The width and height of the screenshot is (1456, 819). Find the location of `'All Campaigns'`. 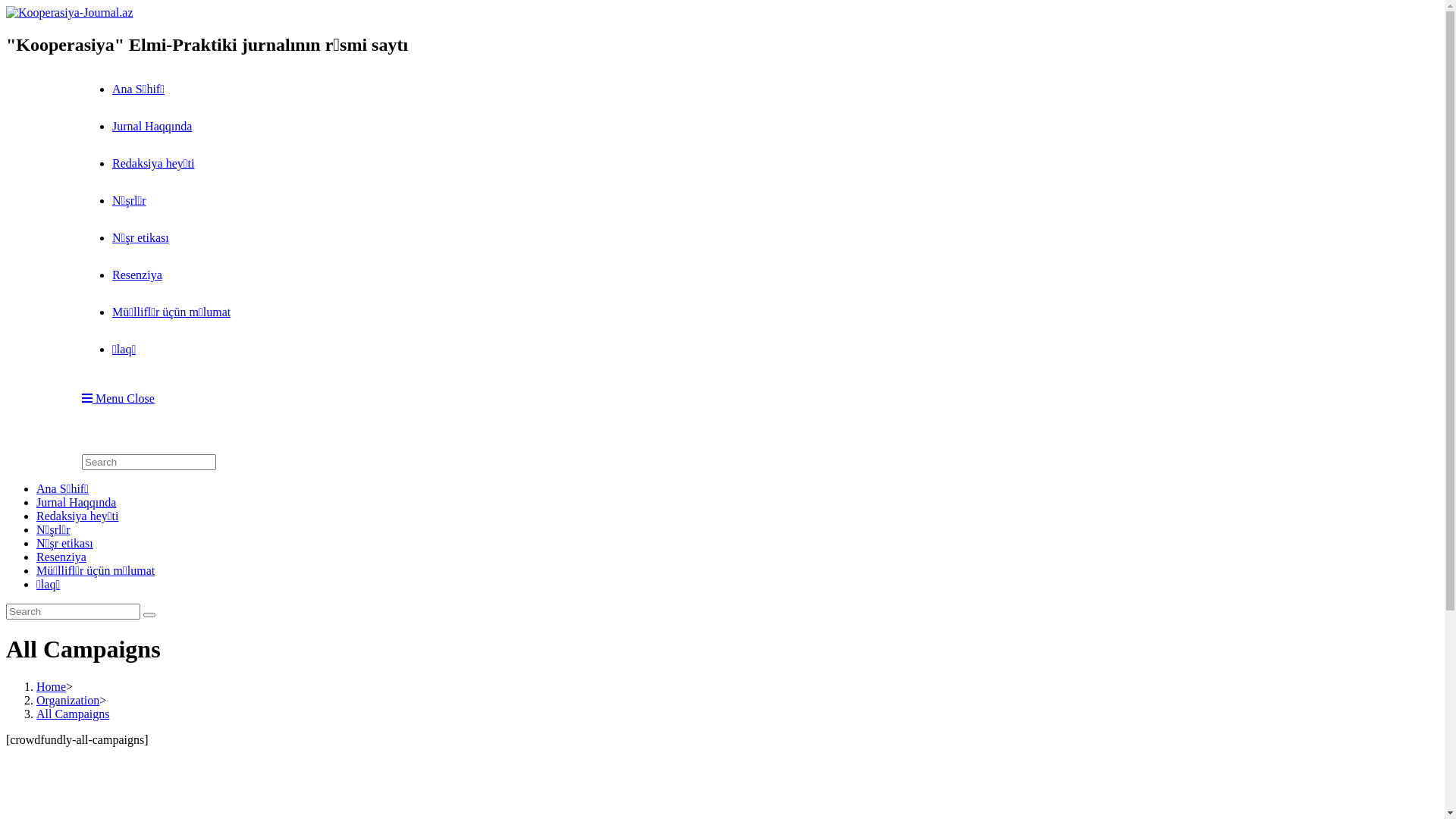

'All Campaigns' is located at coordinates (72, 714).